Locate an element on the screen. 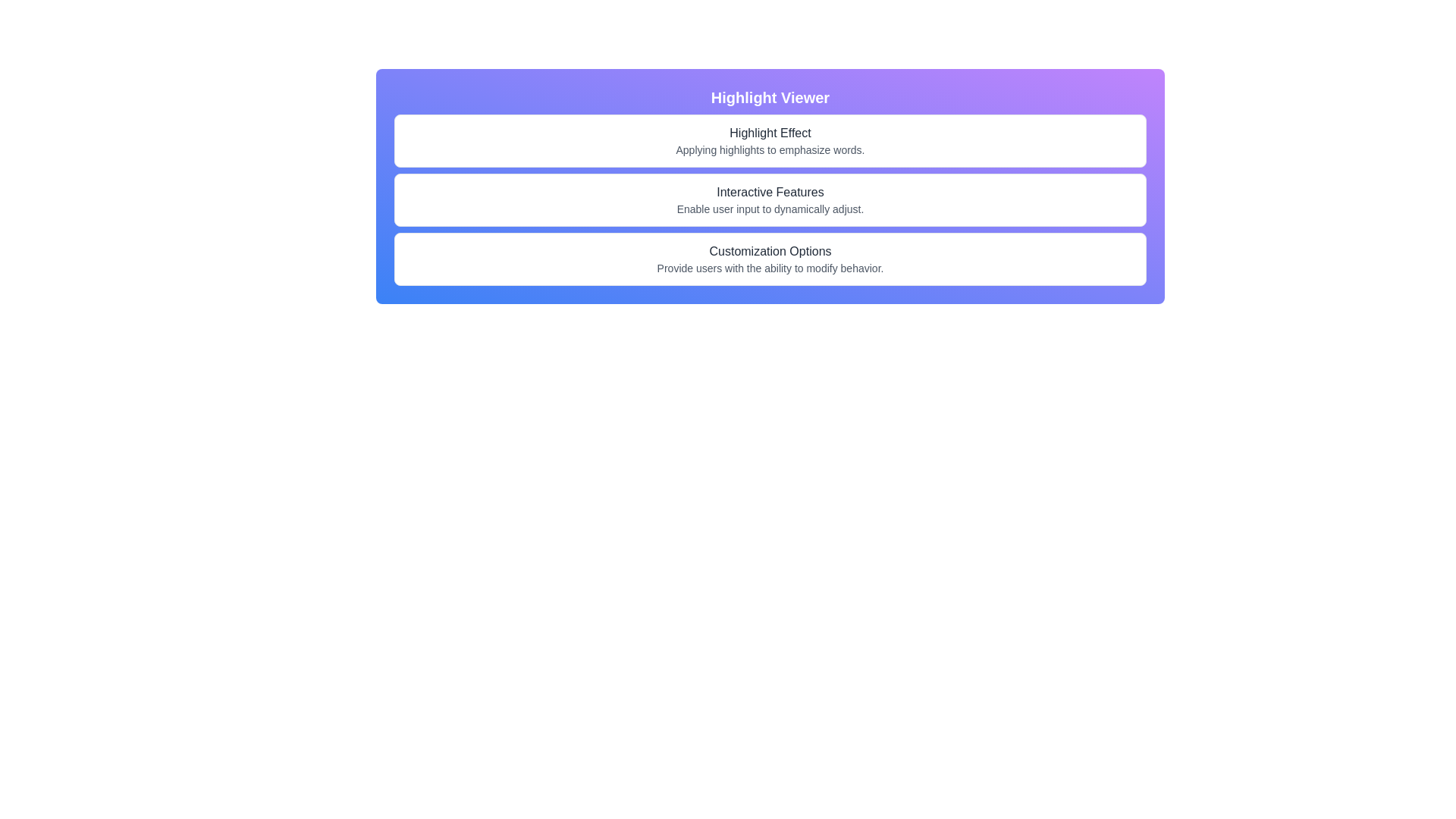 The image size is (1456, 819). the letter 'H' in the phrase 'Highlight Effect' located in the header section of the interface is located at coordinates (734, 132).